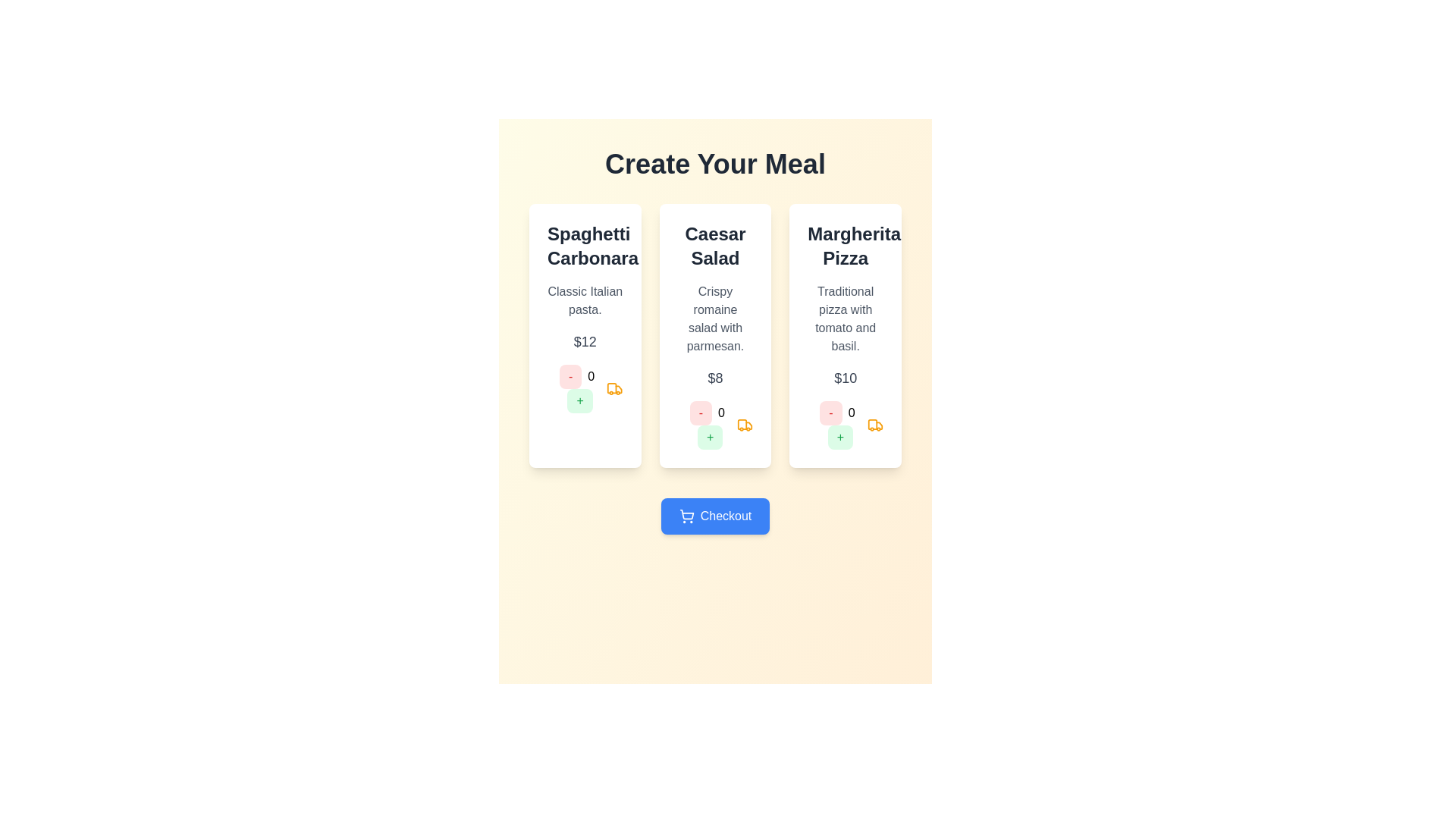 The height and width of the screenshot is (819, 1456). I want to click on the rectangular button with a bold blue background labeled 'Checkout', so click(714, 516).